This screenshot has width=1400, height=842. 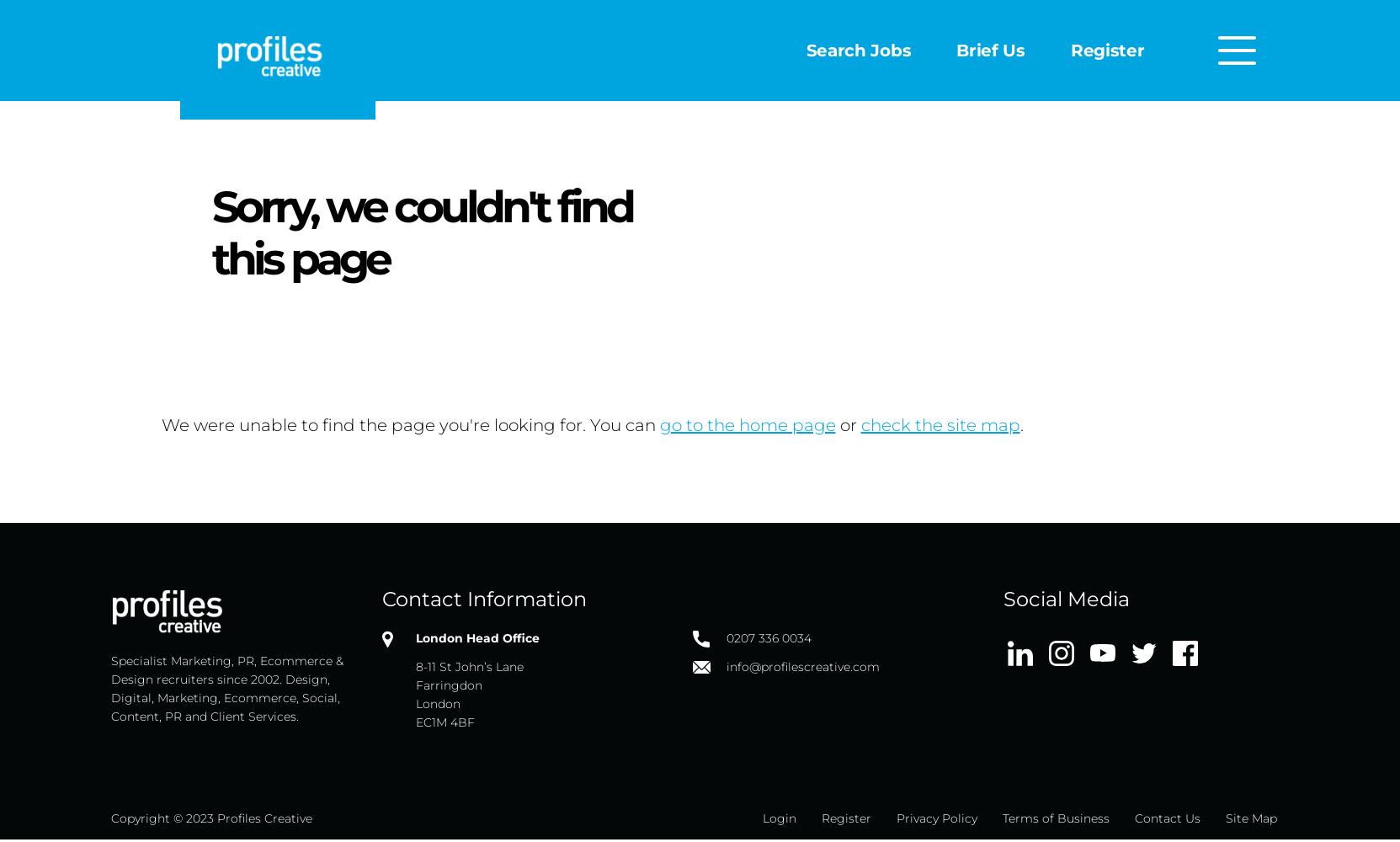 What do you see at coordinates (801, 667) in the screenshot?
I see `'info@profilescreative.com'` at bounding box center [801, 667].